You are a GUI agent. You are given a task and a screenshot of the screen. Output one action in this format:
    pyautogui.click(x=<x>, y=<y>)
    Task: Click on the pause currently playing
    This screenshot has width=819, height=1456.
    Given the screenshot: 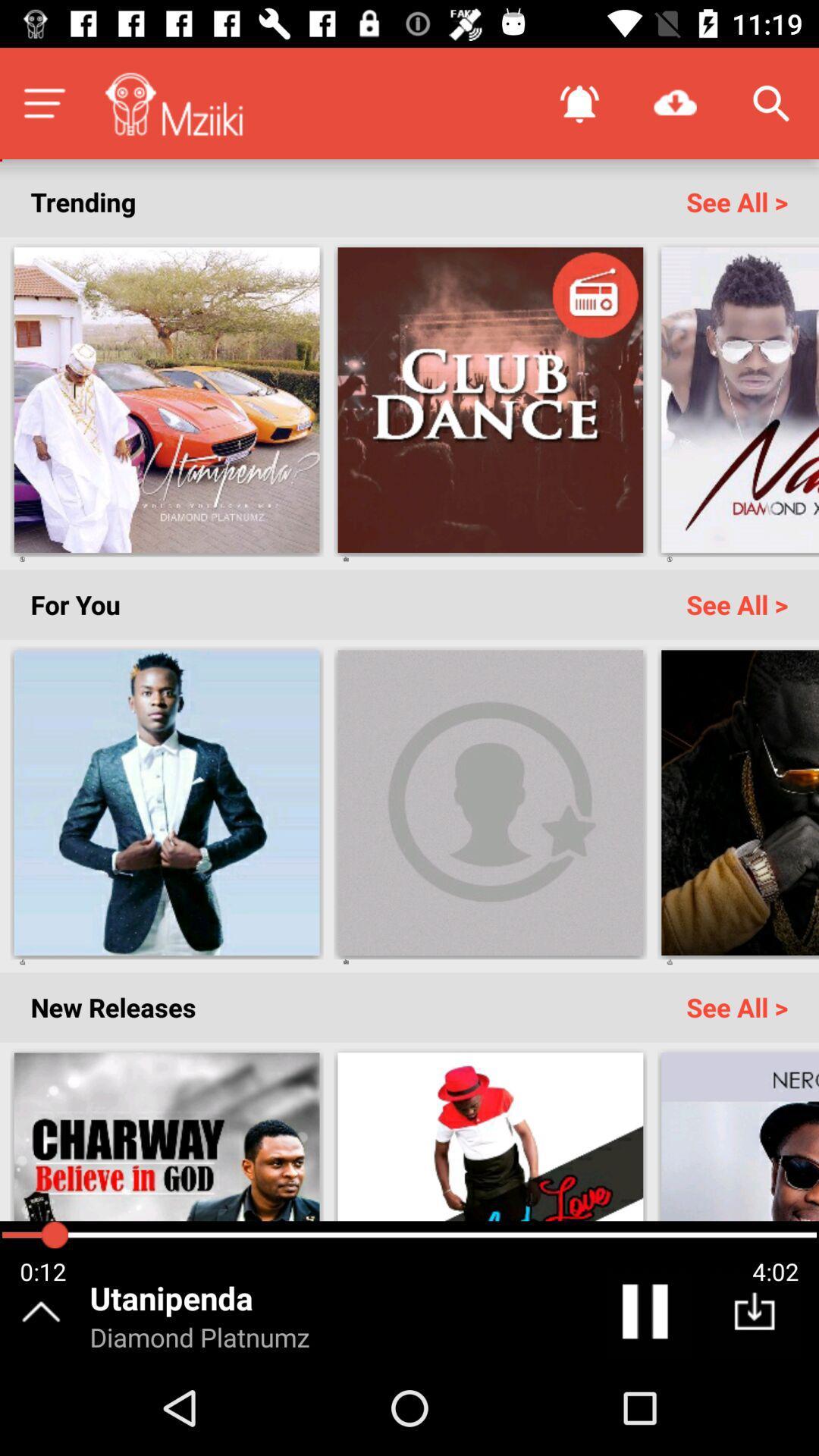 What is the action you would take?
    pyautogui.click(x=648, y=1314)
    